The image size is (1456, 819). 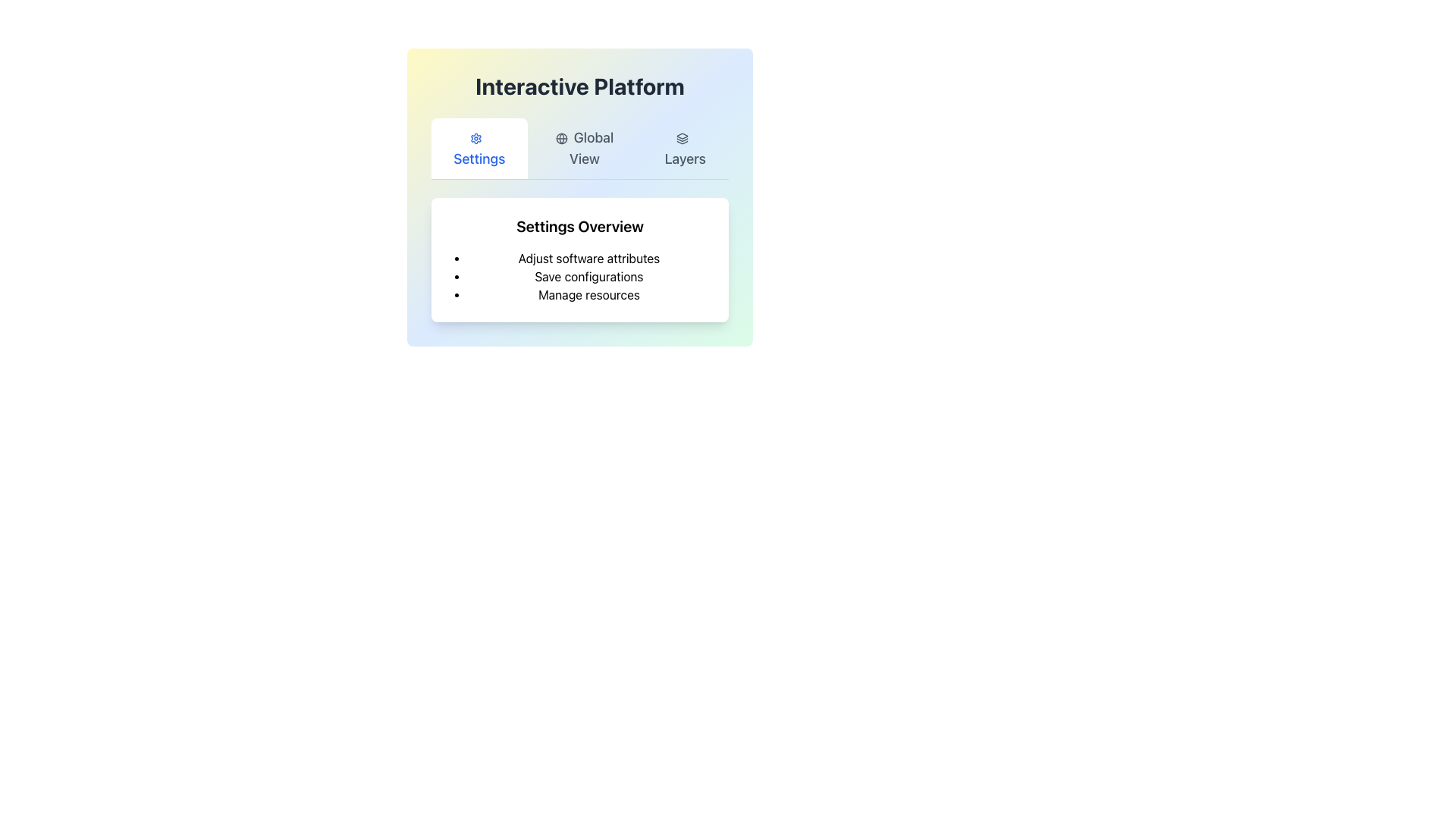 I want to click on the text label 'Save configurations' which is the second item in a vertical bulleted list under the heading 'Settings Overview', so click(x=588, y=277).